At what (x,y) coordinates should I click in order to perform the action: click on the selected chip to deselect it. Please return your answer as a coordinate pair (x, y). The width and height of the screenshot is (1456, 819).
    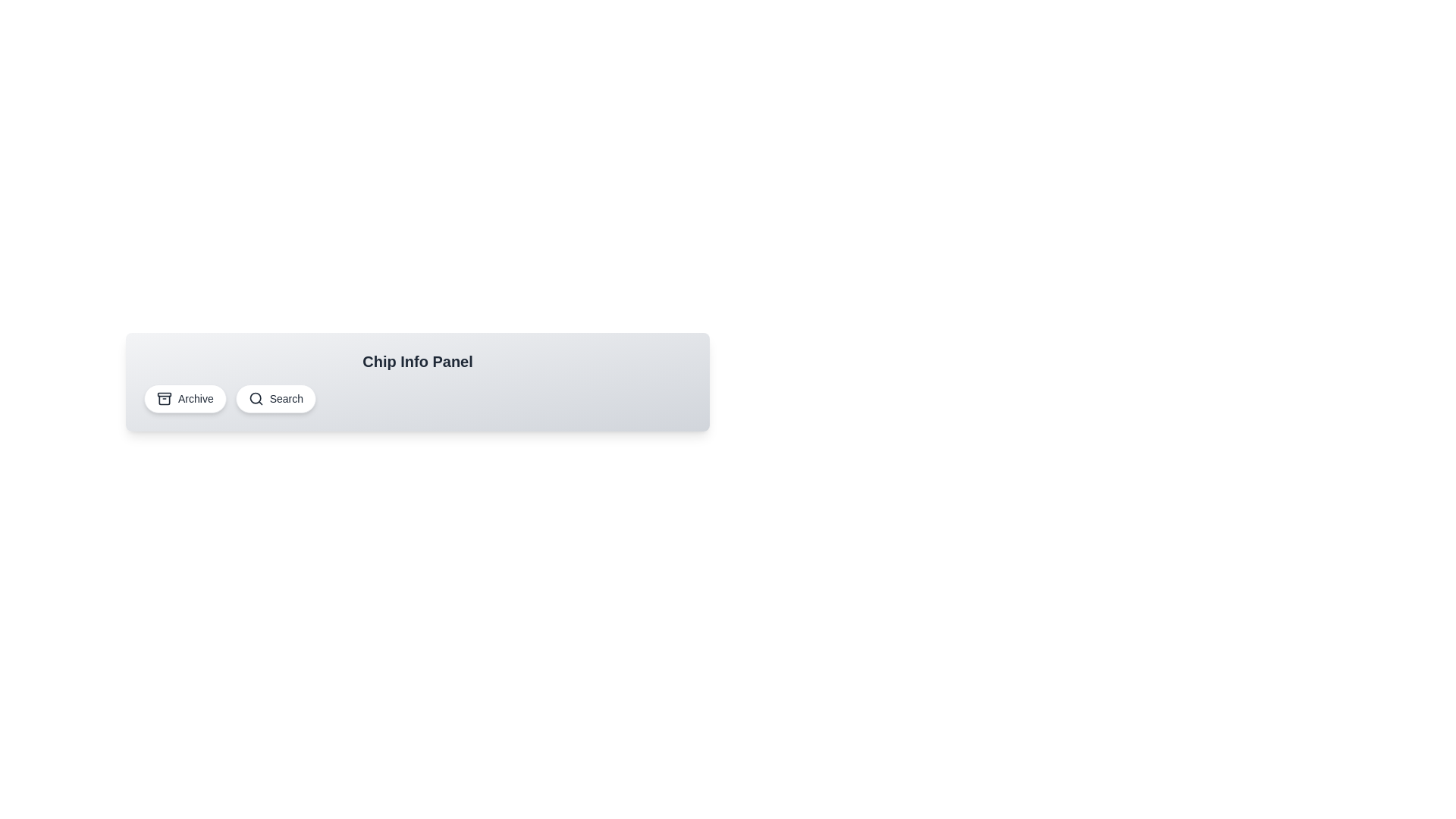
    Looking at the image, I should click on (184, 397).